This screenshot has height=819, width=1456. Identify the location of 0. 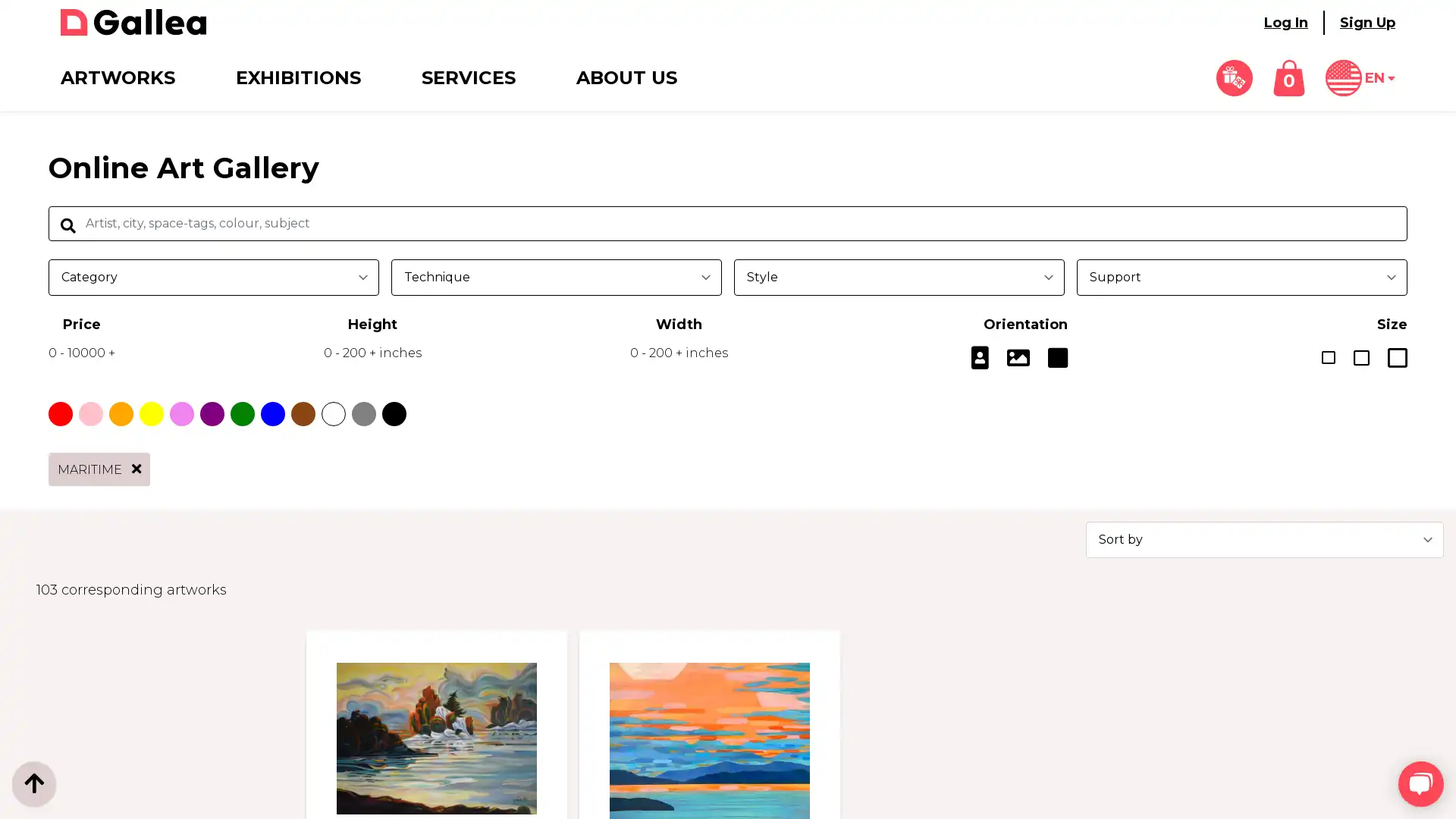
(1288, 78).